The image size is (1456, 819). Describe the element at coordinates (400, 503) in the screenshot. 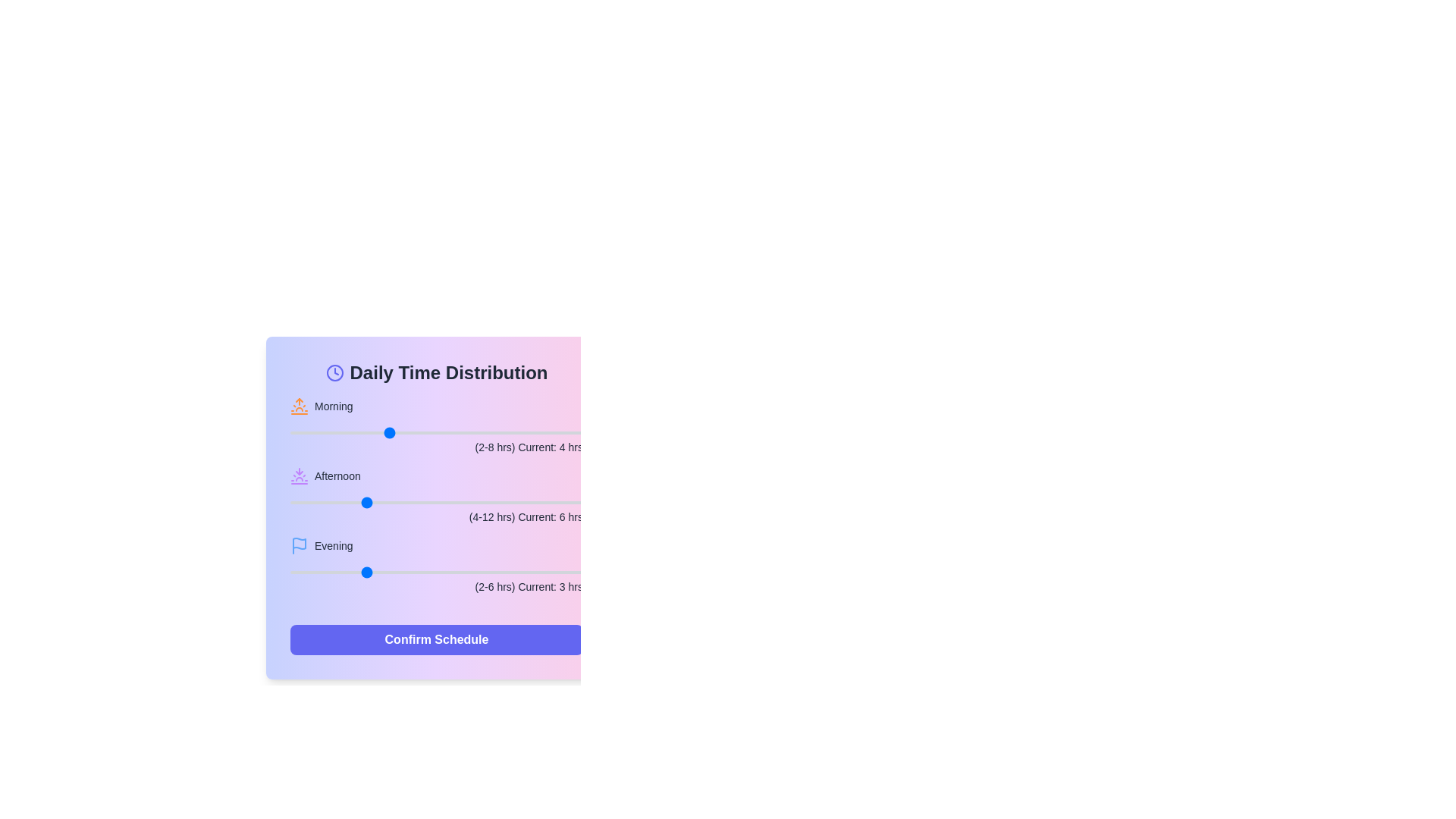

I see `afternoon duration` at that location.